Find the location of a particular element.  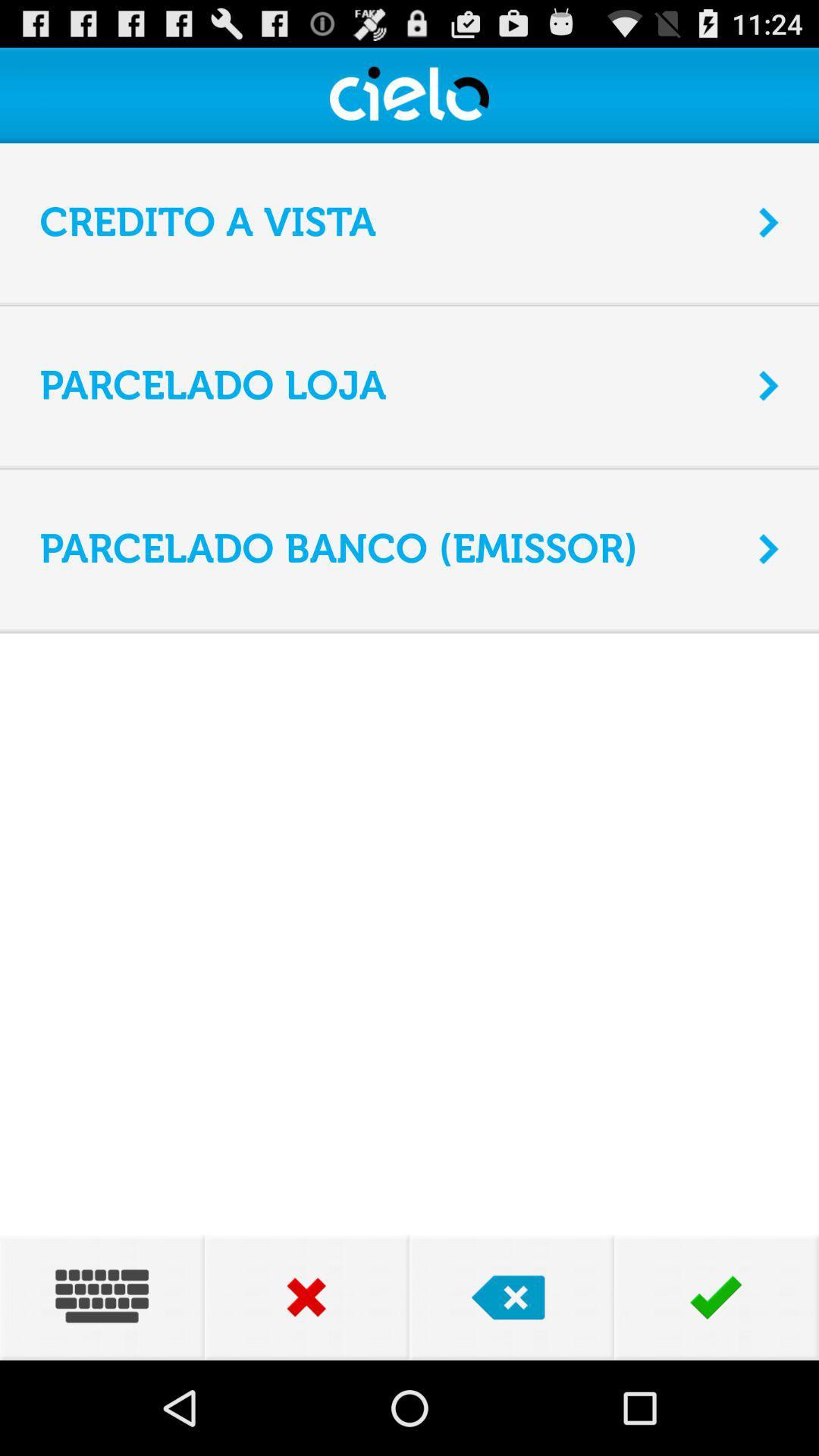

the icon below parcelado loja item is located at coordinates (409, 466).